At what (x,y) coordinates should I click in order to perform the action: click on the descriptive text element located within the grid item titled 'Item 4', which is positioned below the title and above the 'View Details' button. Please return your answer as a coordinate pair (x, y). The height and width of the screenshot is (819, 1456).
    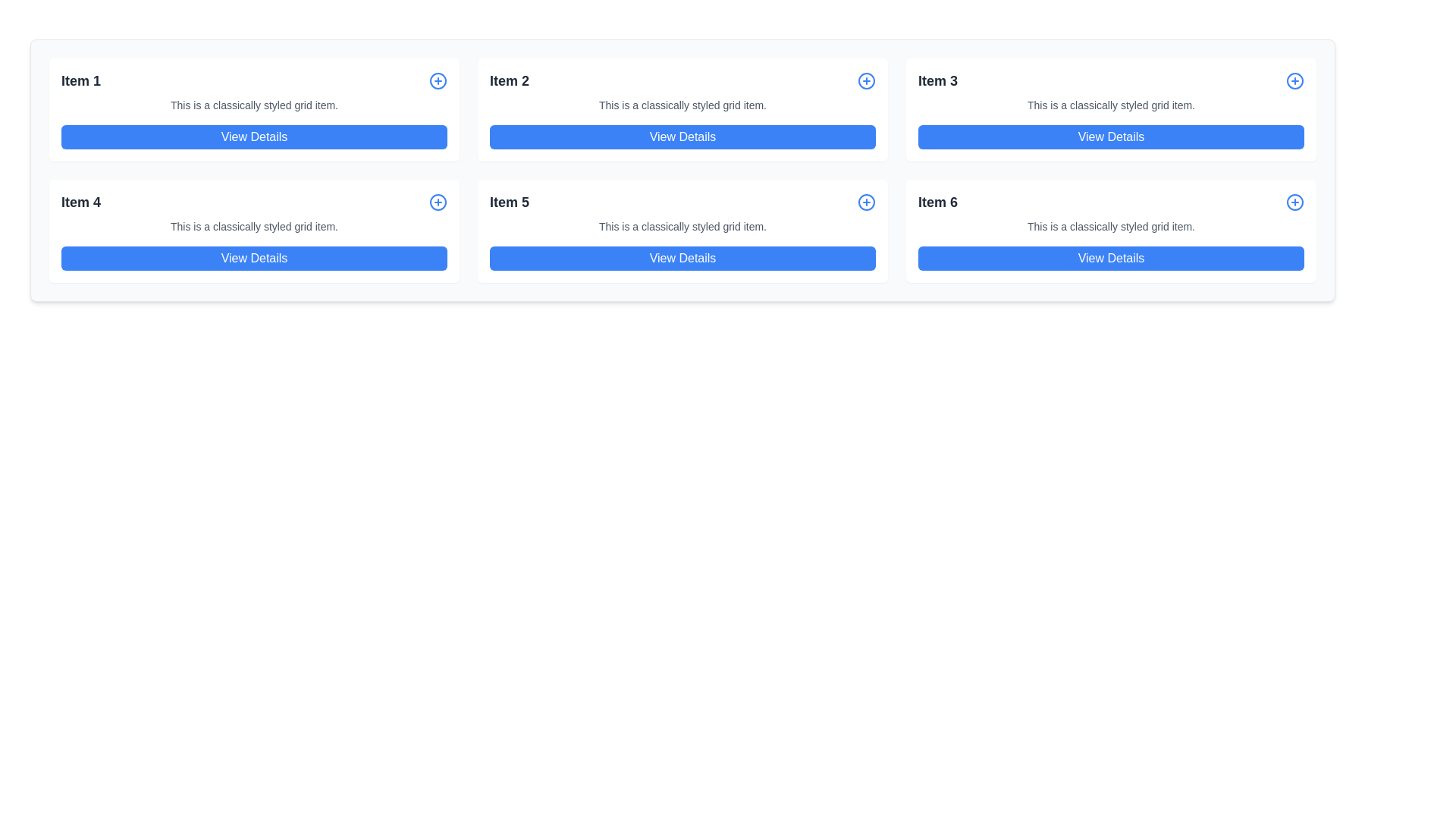
    Looking at the image, I should click on (254, 227).